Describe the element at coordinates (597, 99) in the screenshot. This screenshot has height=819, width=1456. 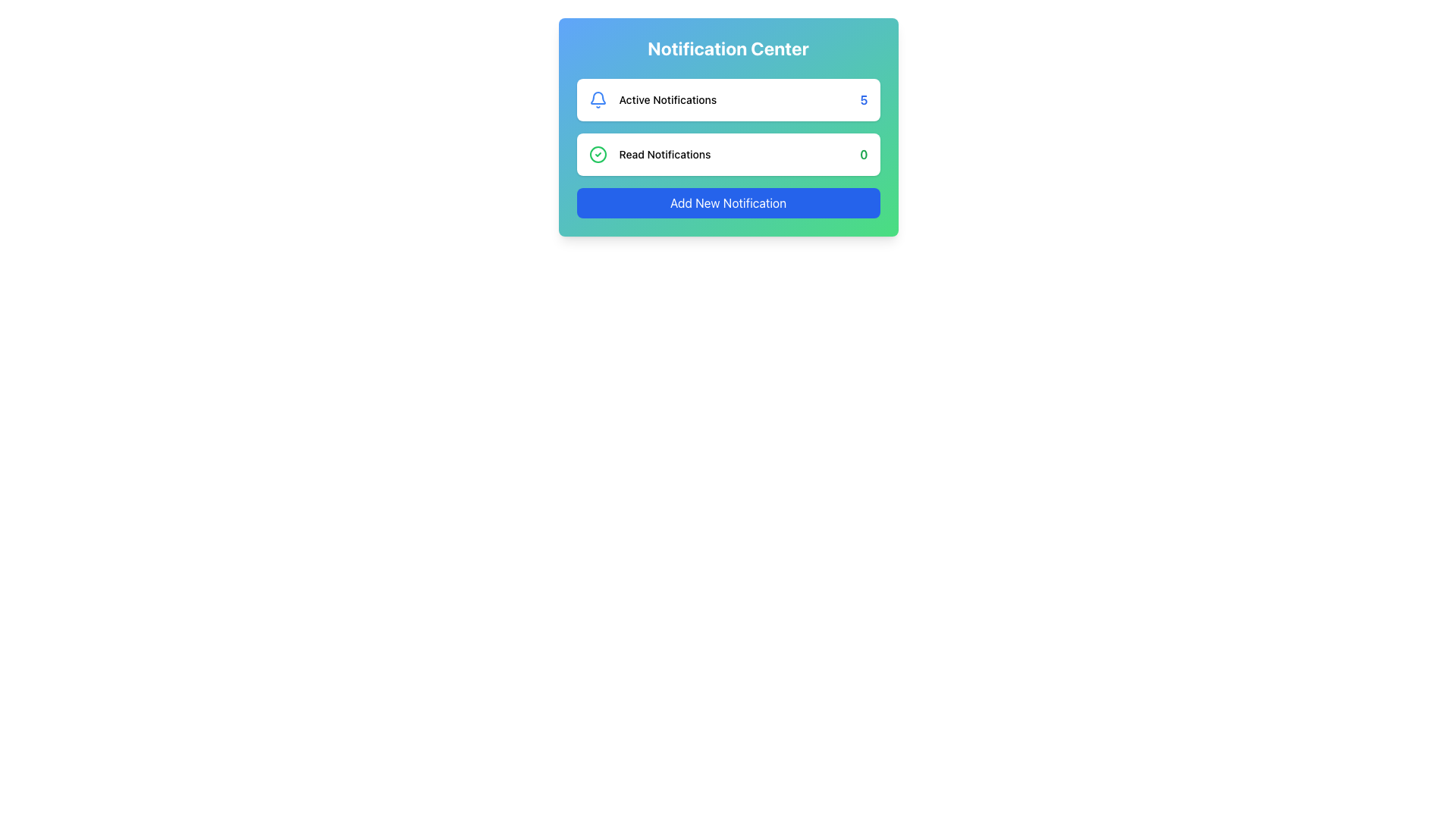
I see `the 'Active Notifications' section by clicking on the notification icon positioned to the left of the text 'Active Notifications'` at that location.